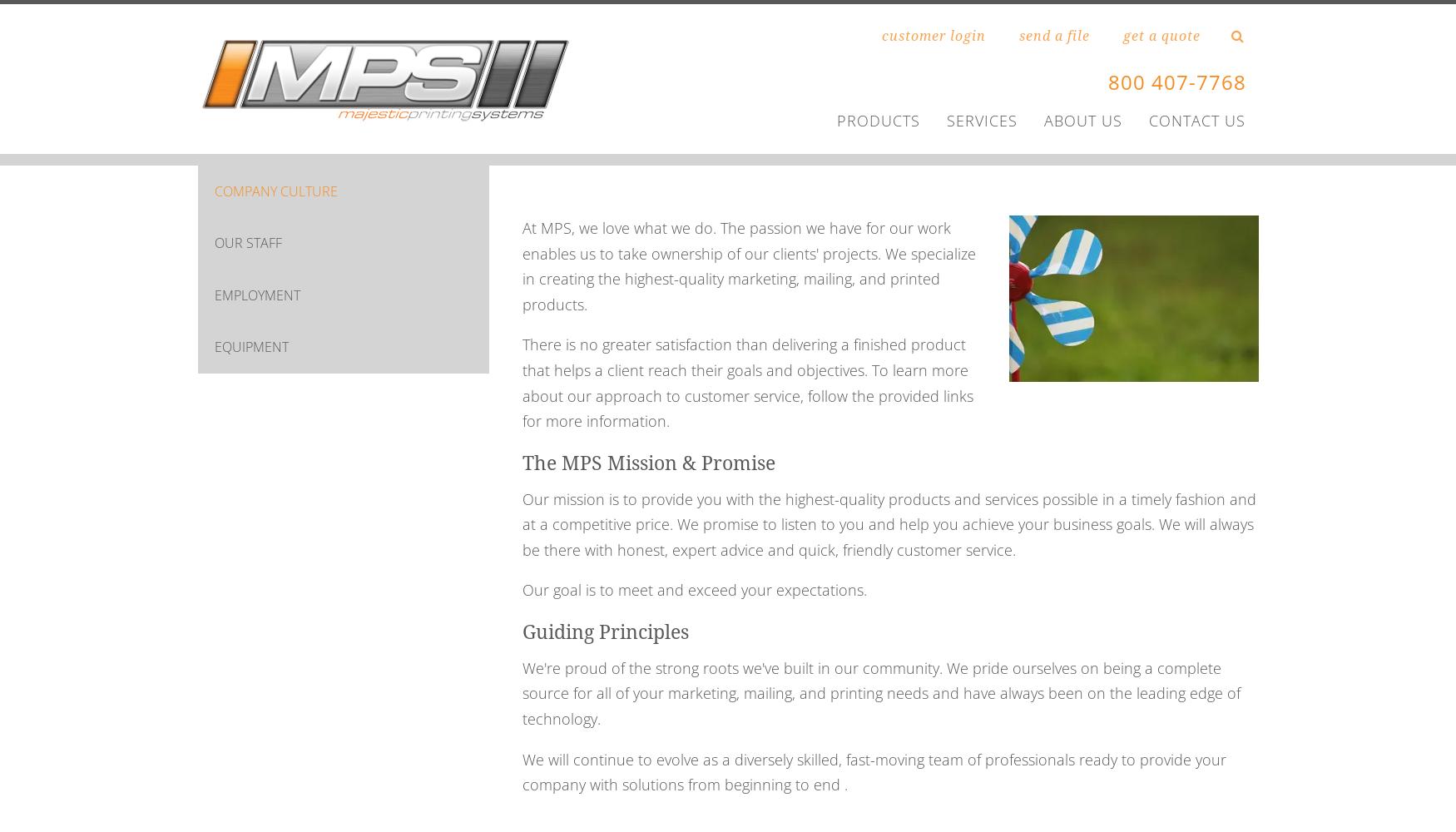  Describe the element at coordinates (1176, 80) in the screenshot. I see `'800 407-7768'` at that location.